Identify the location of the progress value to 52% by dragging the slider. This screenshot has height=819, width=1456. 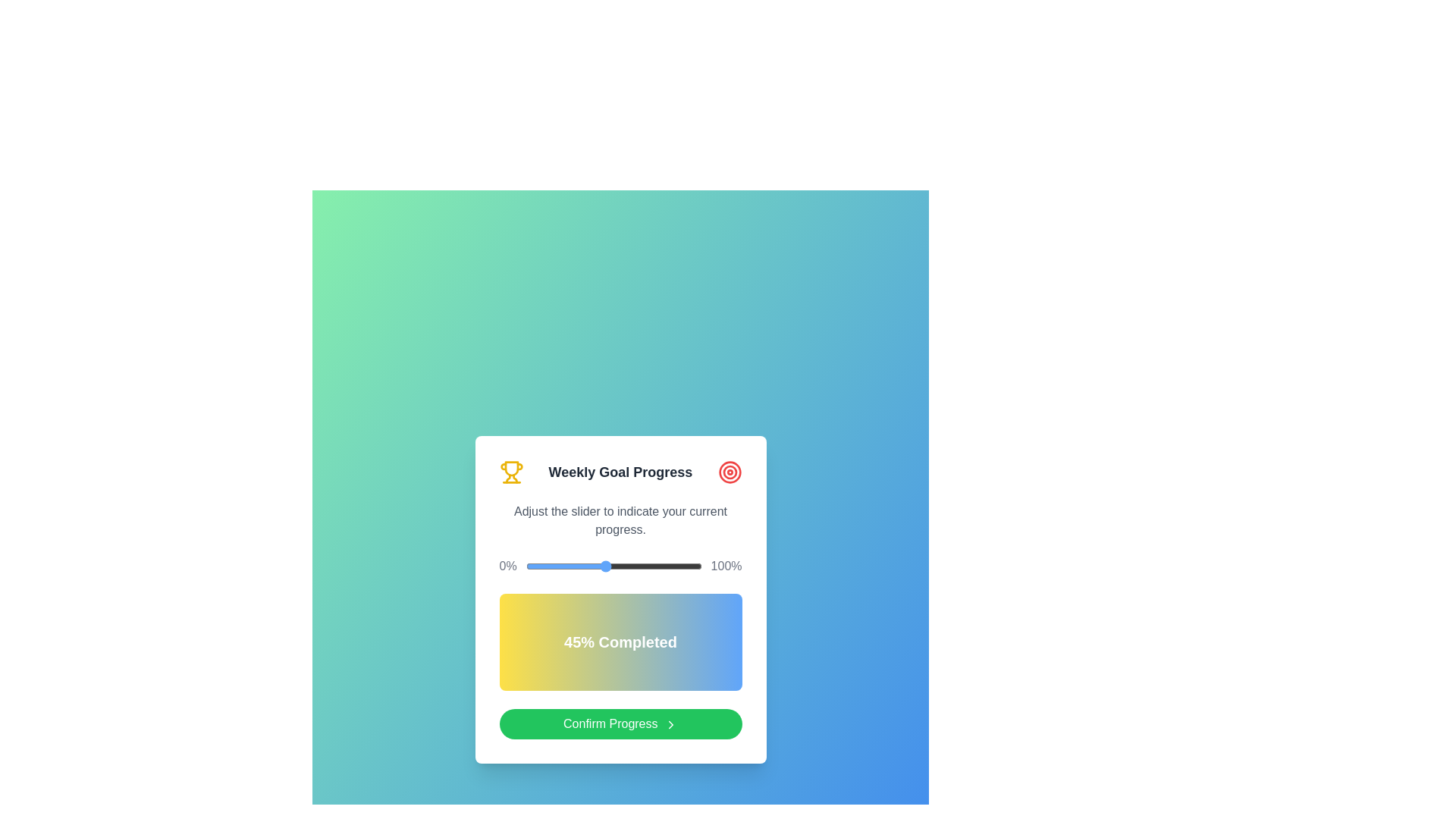
(617, 566).